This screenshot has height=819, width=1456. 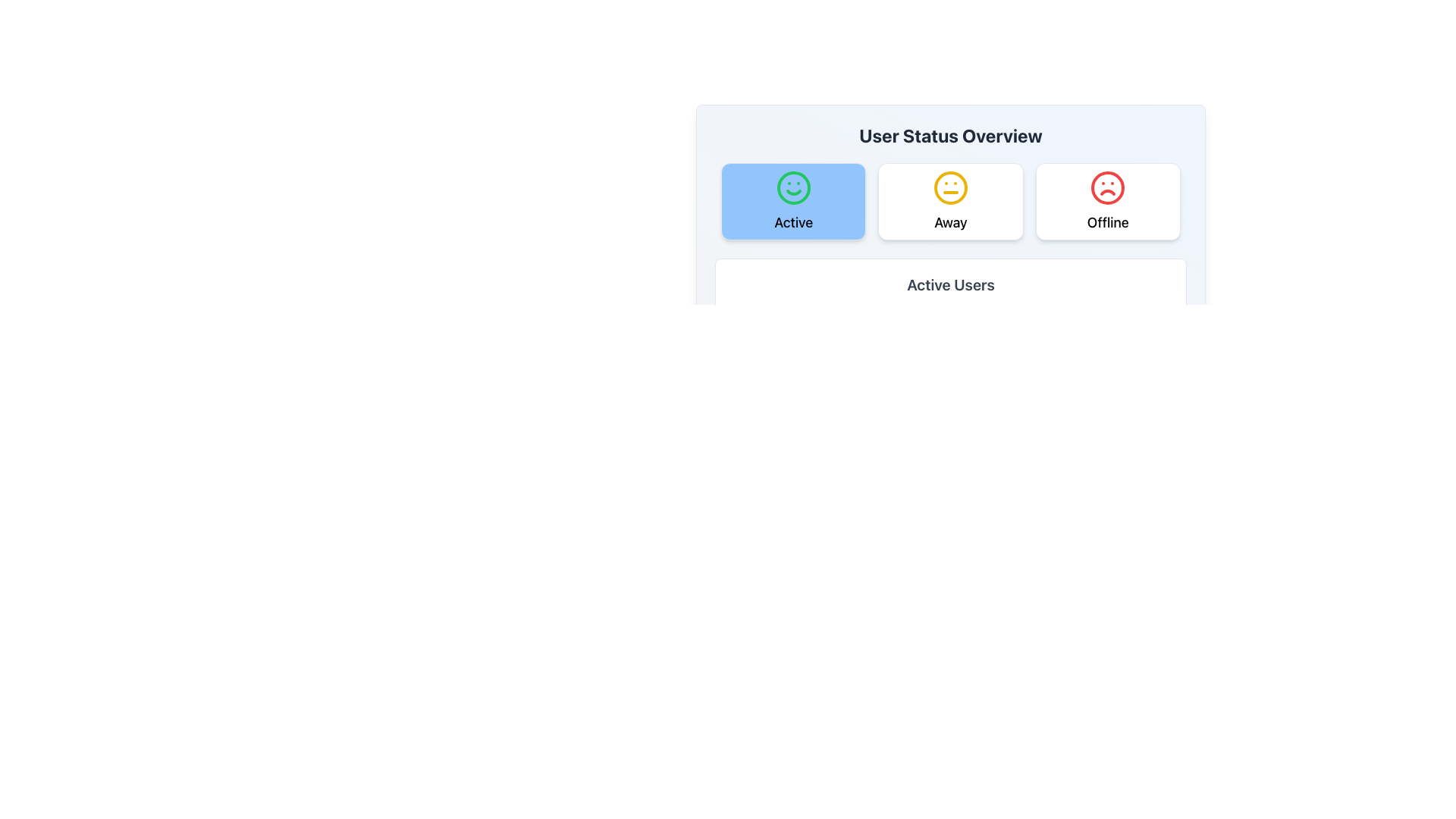 I want to click on the 'User Status Overview' panel, which features a gradient background and contains selectable status options and an 'Active Users' section, so click(x=949, y=231).